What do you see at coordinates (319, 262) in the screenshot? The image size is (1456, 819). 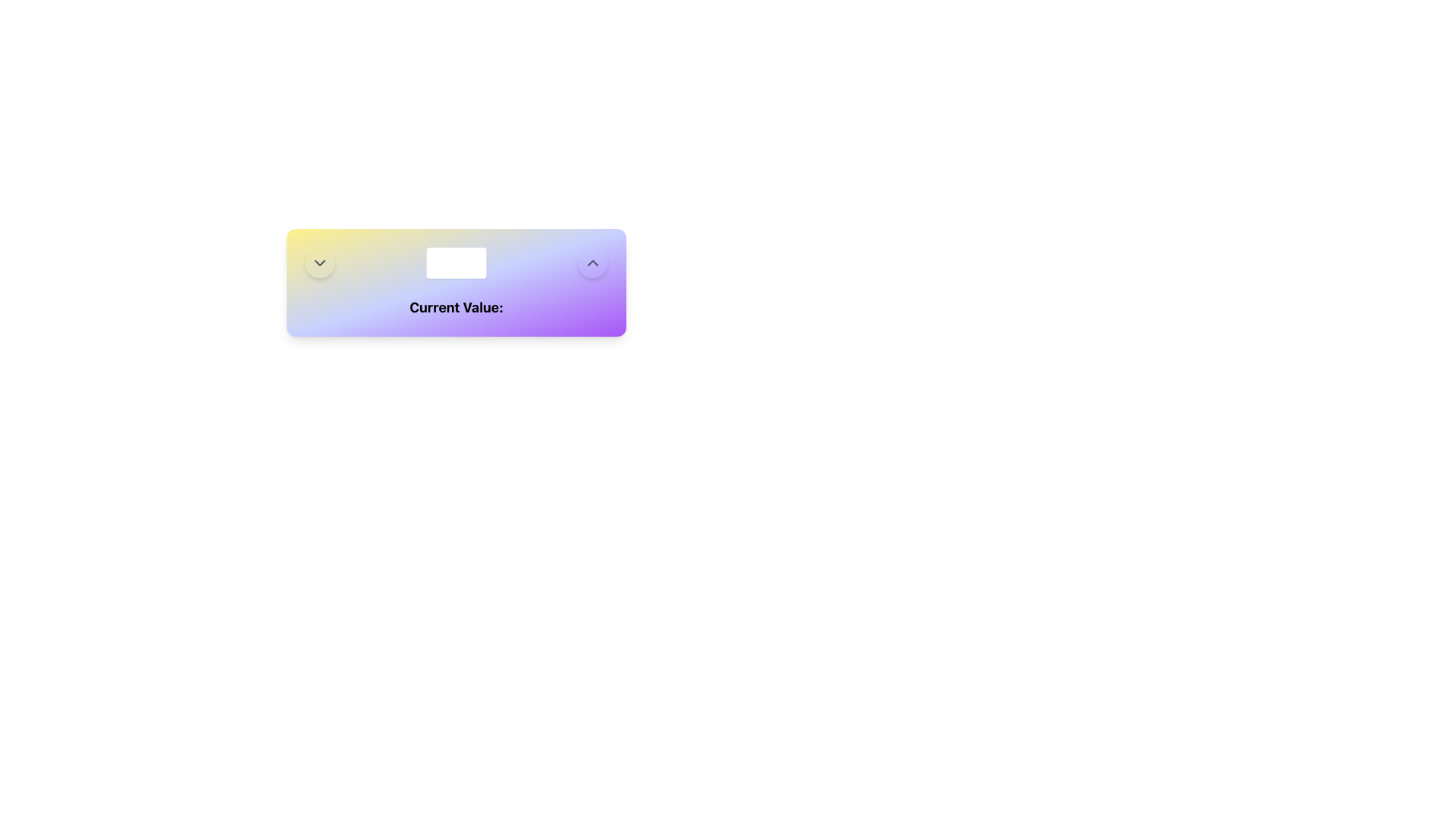 I see `the chevron-down icon, which is a gray V-shaped vector graphic within a circular background` at bounding box center [319, 262].